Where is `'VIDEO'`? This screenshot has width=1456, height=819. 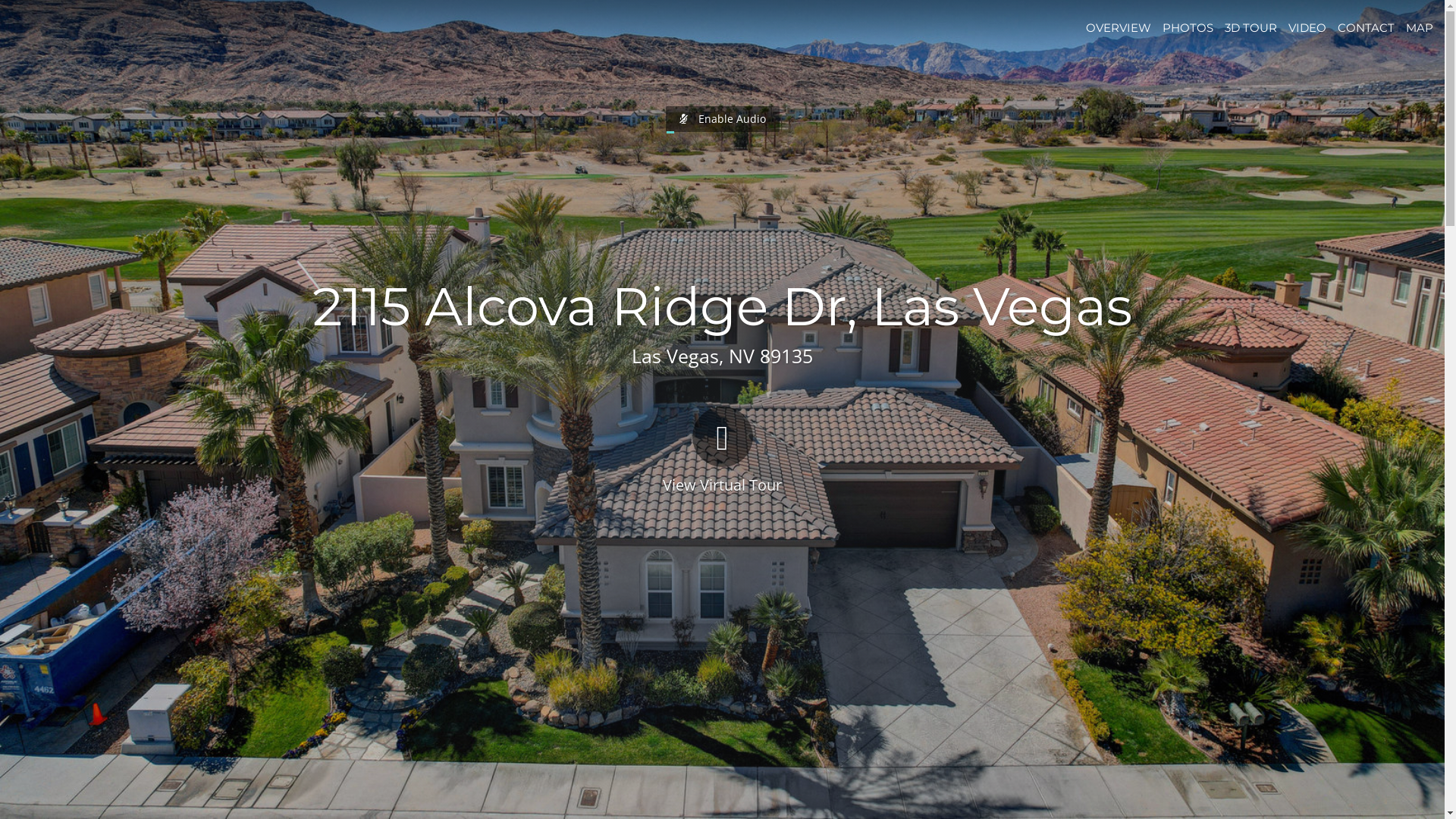
'VIDEO' is located at coordinates (1306, 27).